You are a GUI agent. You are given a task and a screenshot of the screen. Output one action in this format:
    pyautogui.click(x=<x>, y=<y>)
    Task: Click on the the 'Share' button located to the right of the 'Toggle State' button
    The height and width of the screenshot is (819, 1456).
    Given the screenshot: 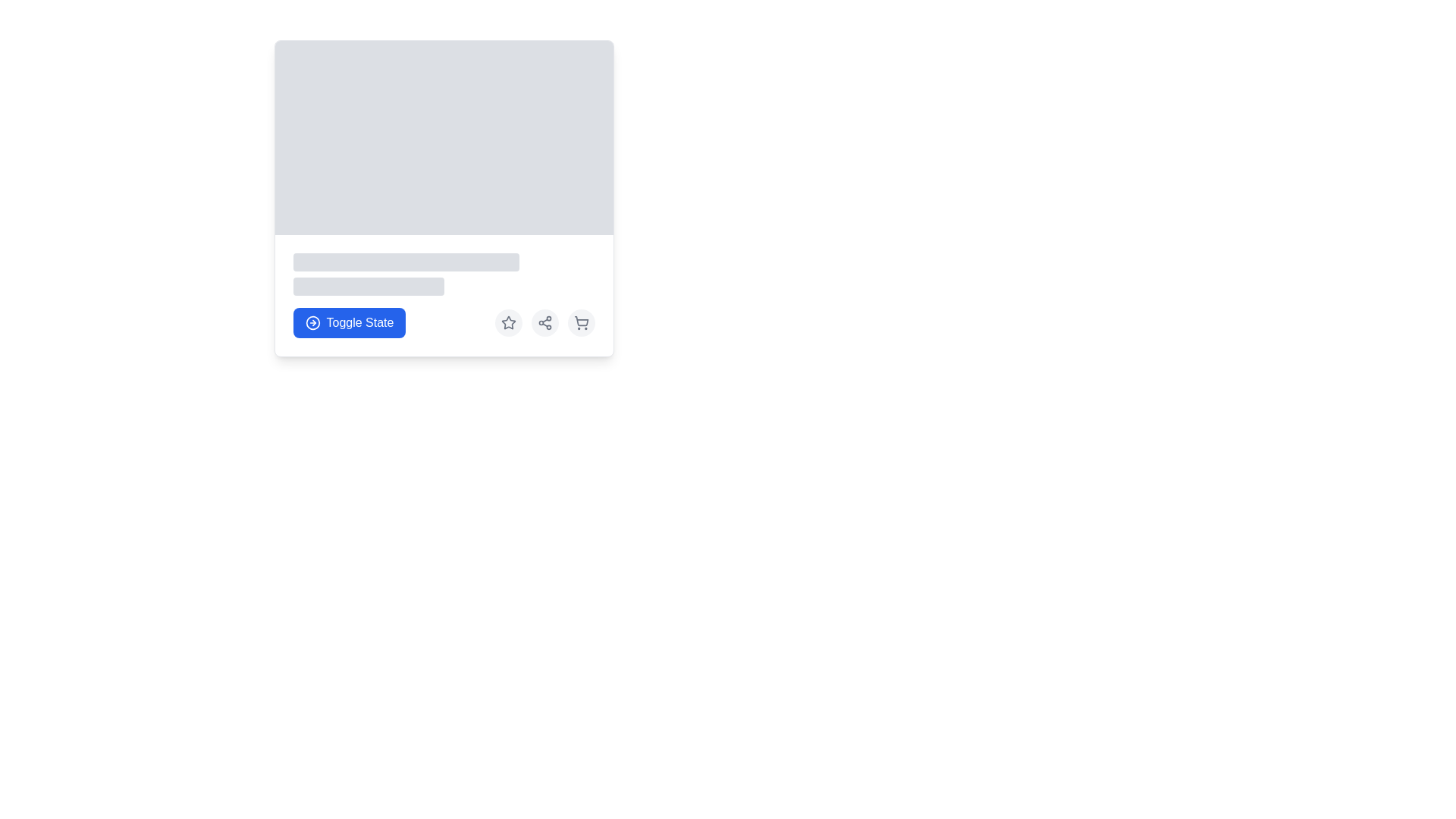 What is the action you would take?
    pyautogui.click(x=544, y=322)
    